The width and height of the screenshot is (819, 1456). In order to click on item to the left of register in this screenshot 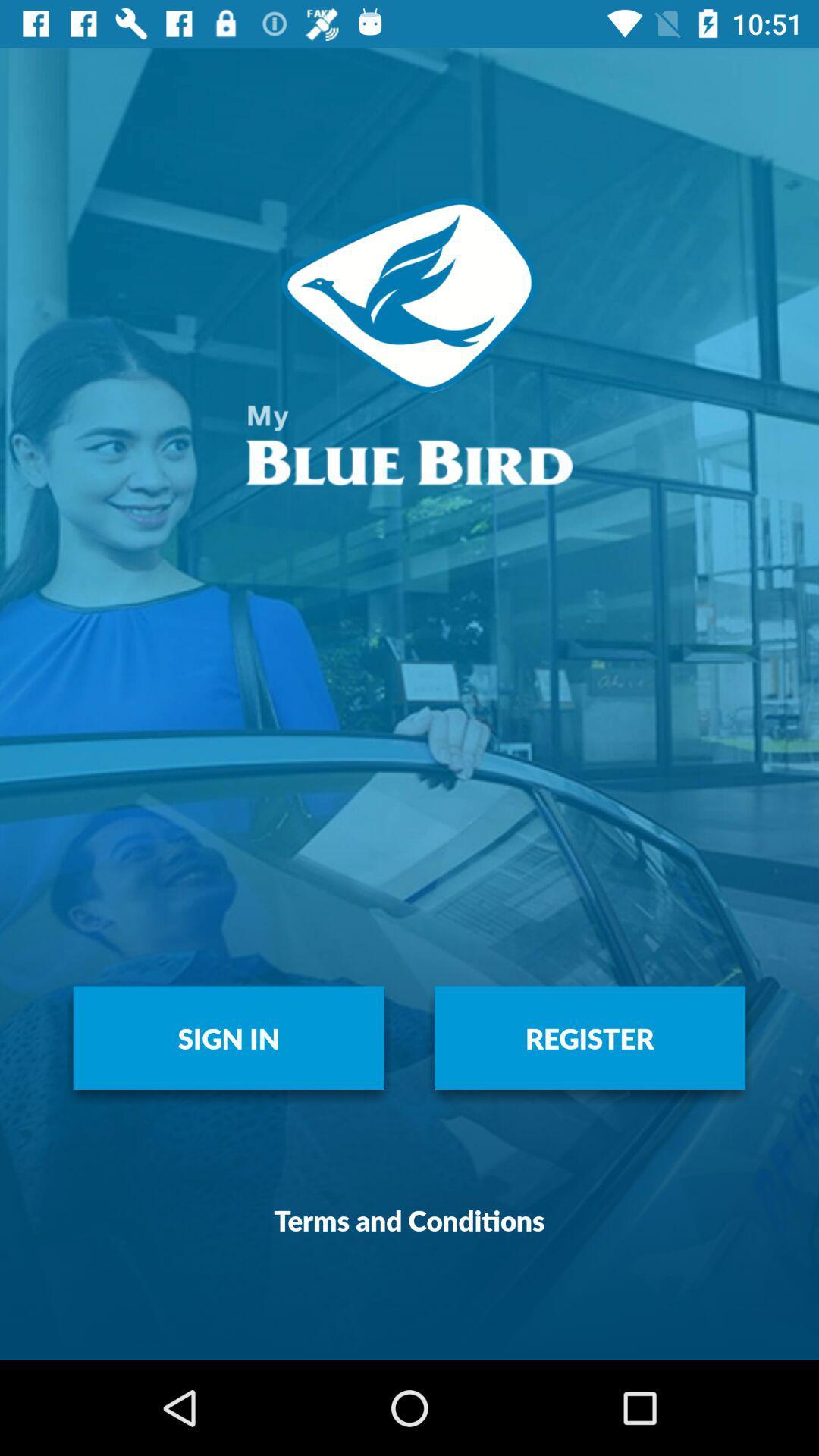, I will do `click(228, 1037)`.